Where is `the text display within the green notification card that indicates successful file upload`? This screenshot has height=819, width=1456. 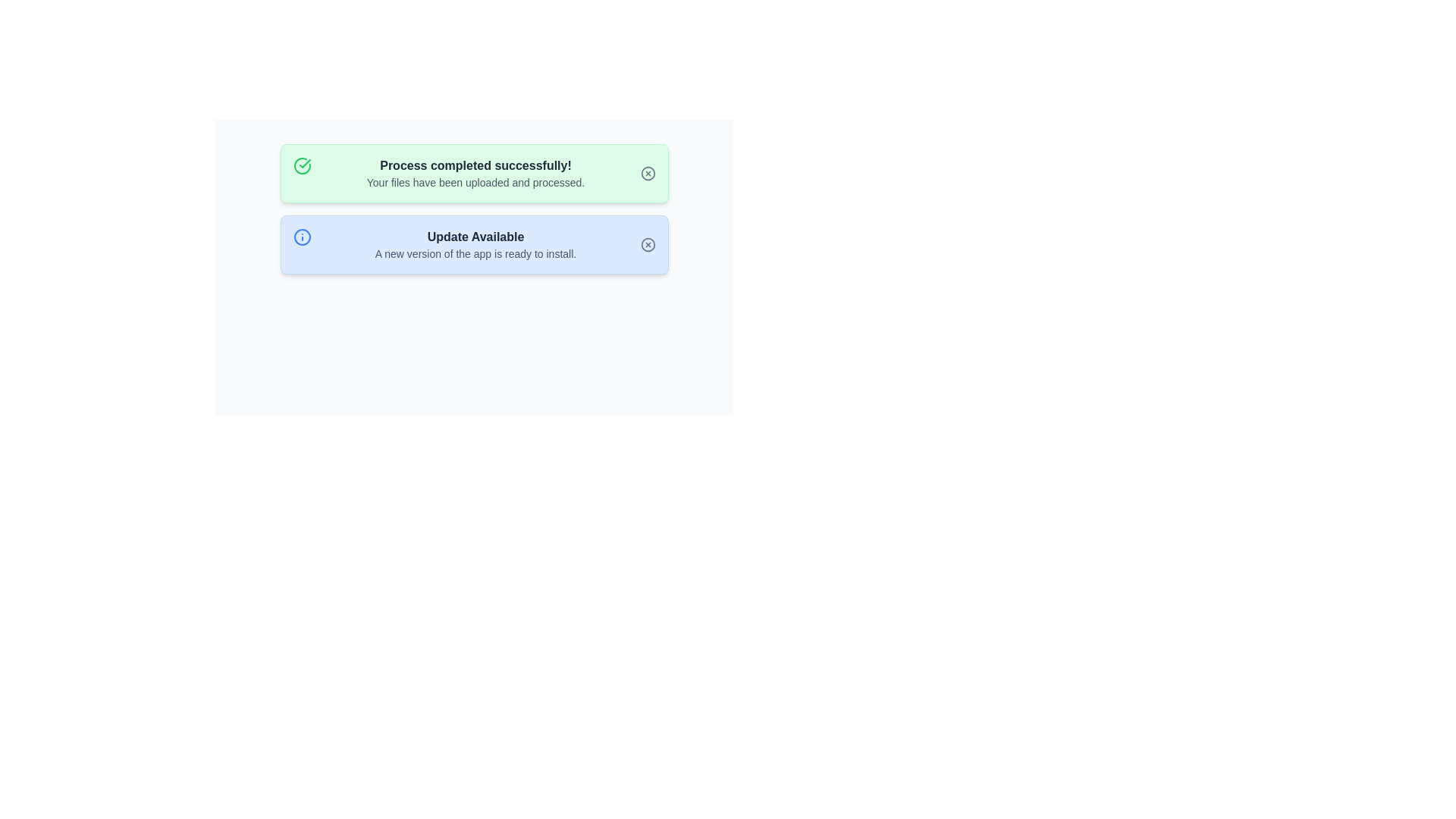
the text display within the green notification card that indicates successful file upload is located at coordinates (475, 181).